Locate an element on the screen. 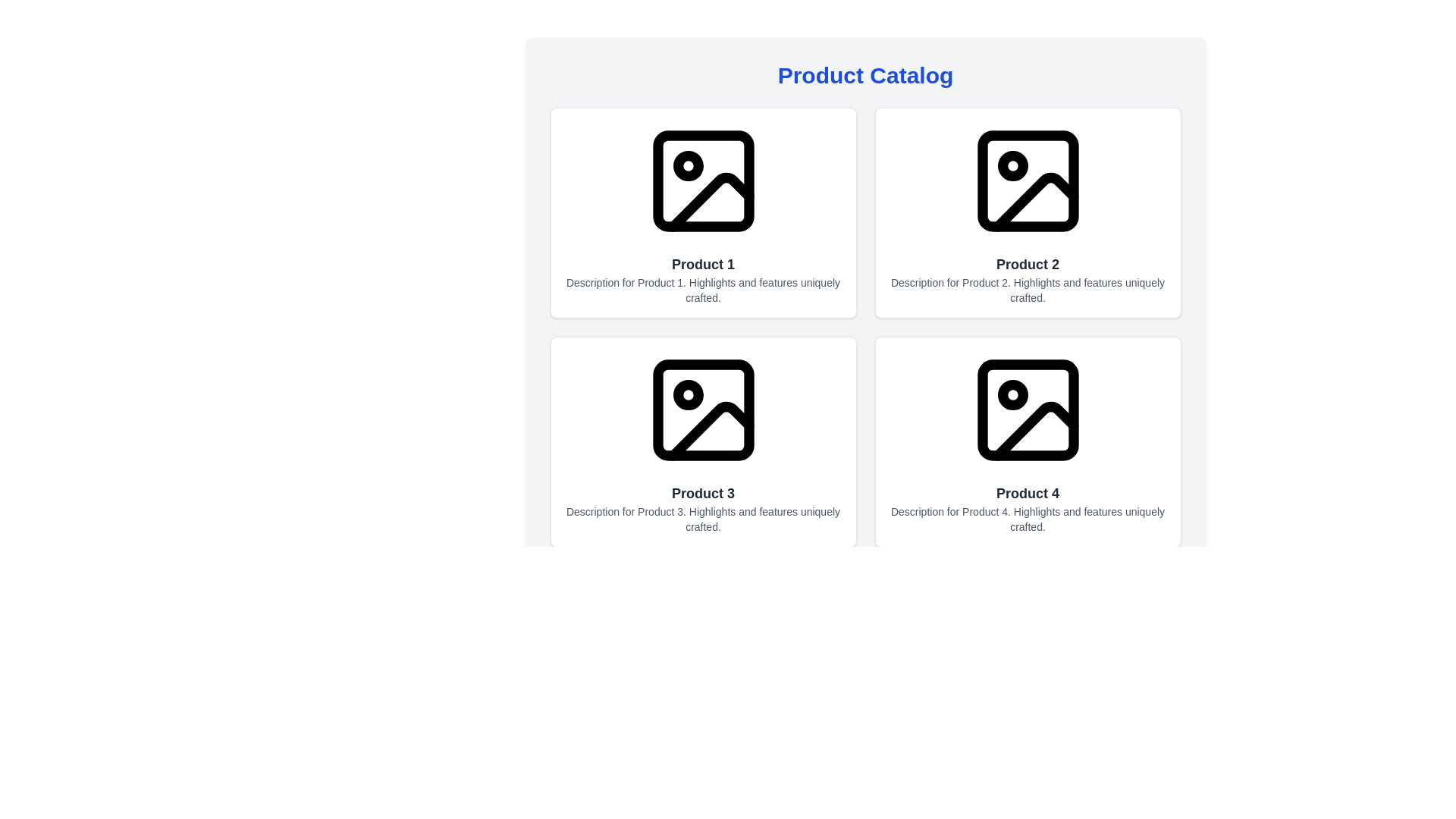  the SVG circle element representing a design feature in the Product 3 card, which is located in the third position of the grid layout is located at coordinates (687, 394).